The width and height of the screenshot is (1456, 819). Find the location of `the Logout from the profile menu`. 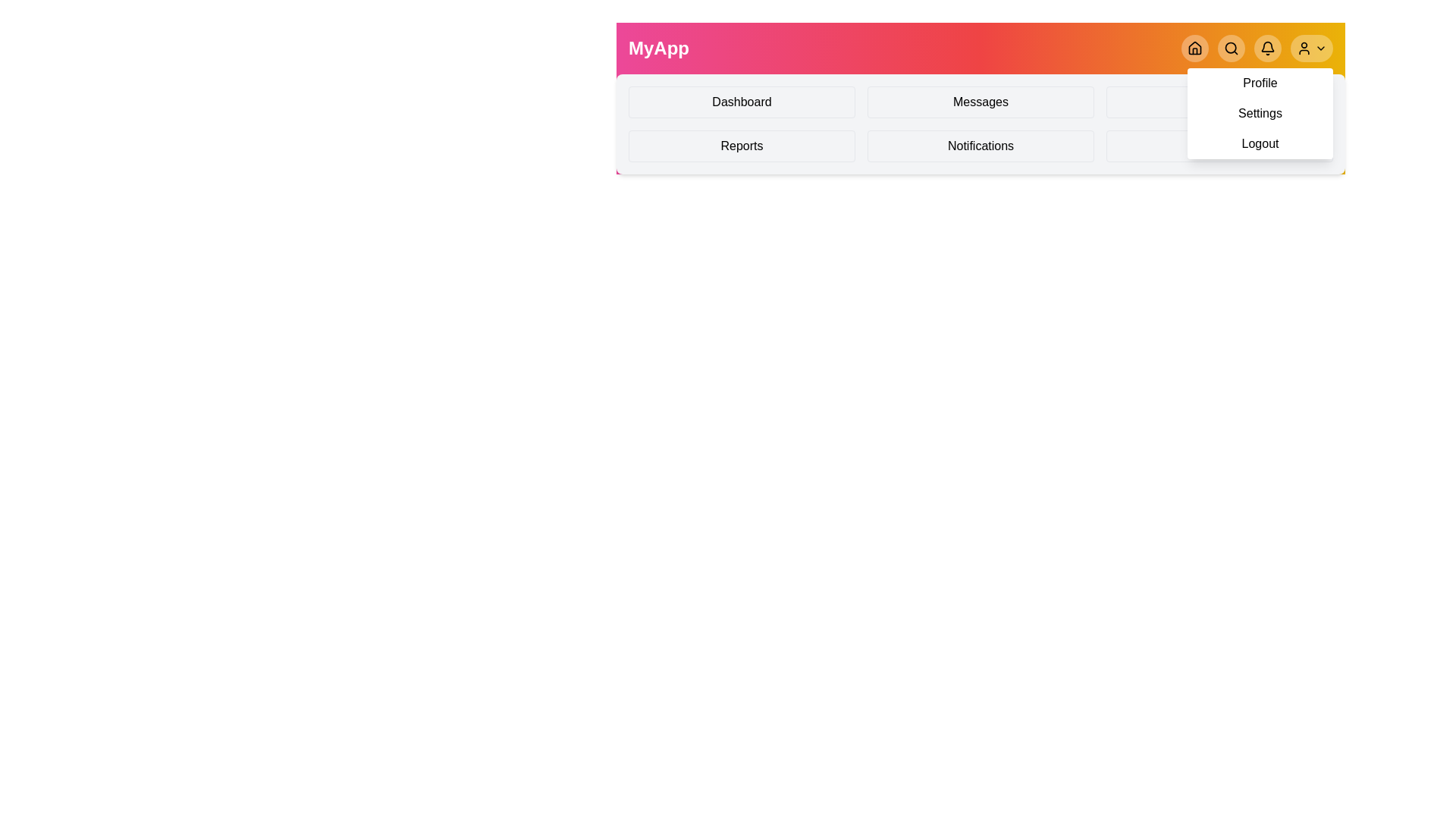

the Logout from the profile menu is located at coordinates (1260, 143).